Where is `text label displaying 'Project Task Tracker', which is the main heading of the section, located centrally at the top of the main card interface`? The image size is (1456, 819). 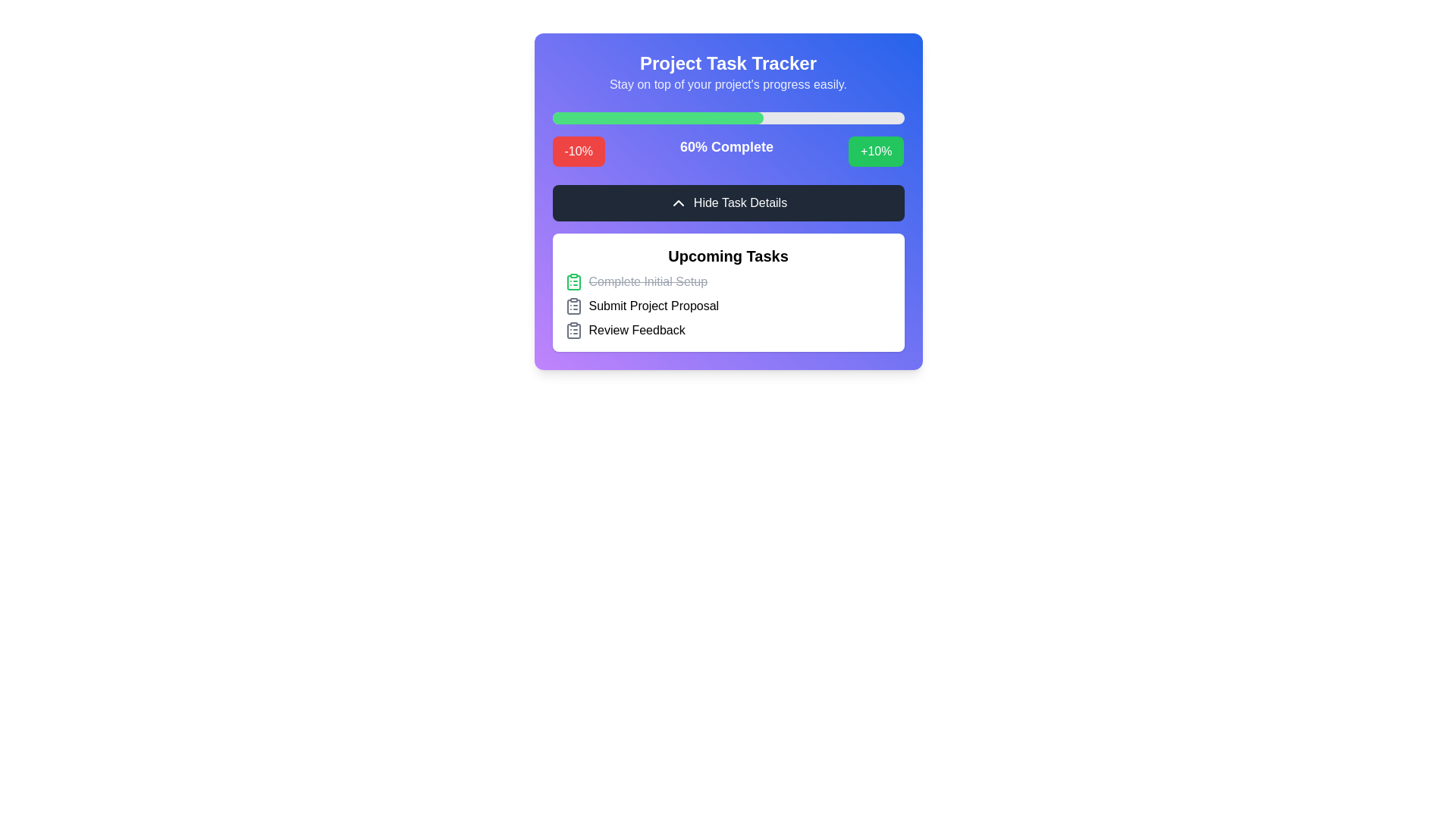
text label displaying 'Project Task Tracker', which is the main heading of the section, located centrally at the top of the main card interface is located at coordinates (728, 63).